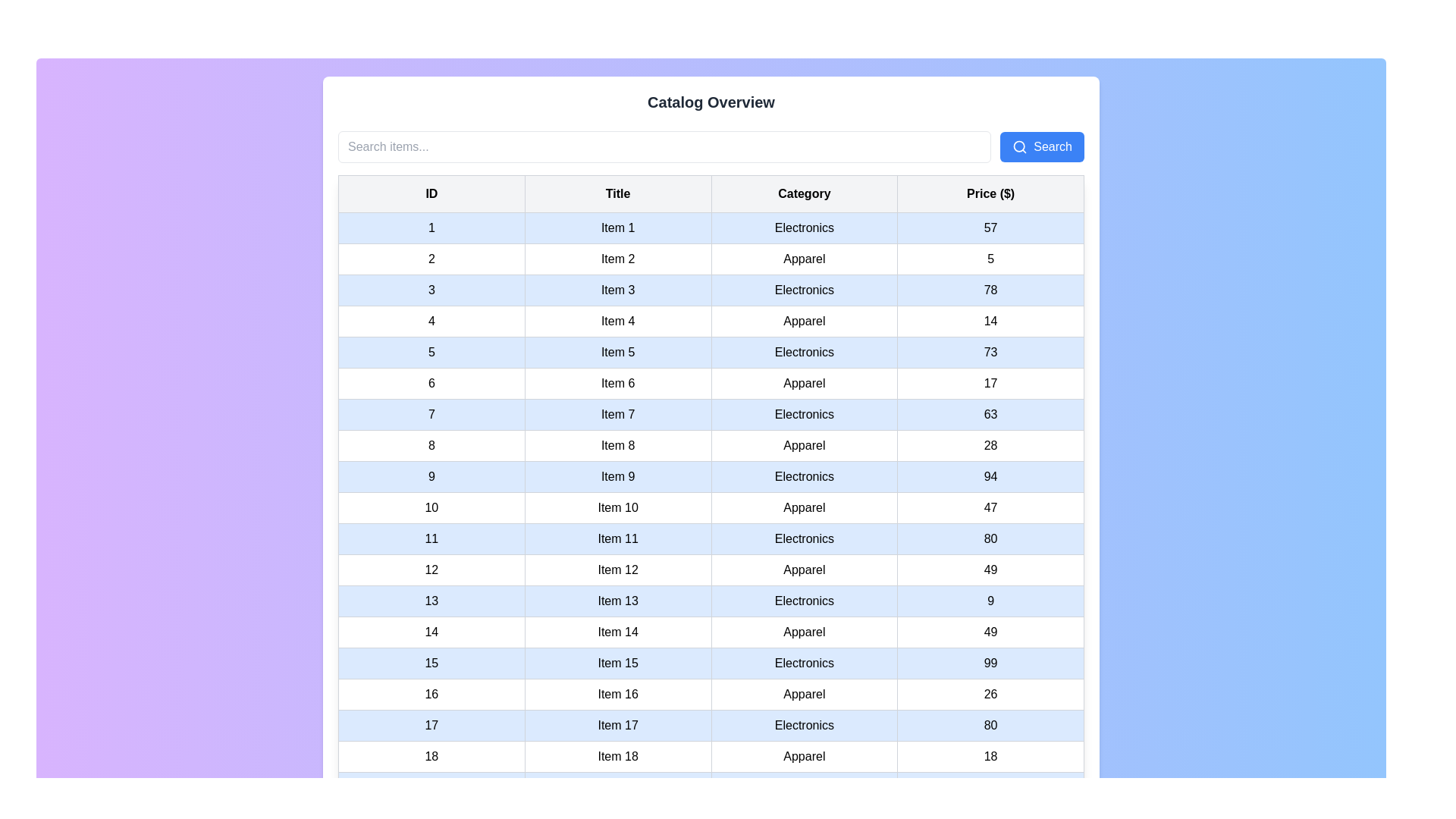 The height and width of the screenshot is (819, 1456). What do you see at coordinates (990, 415) in the screenshot?
I see `the Text Display (Table Cell) displaying the number '63' in the fourth cell of the seventh row of the data table under the 'Price ($)' column` at bounding box center [990, 415].